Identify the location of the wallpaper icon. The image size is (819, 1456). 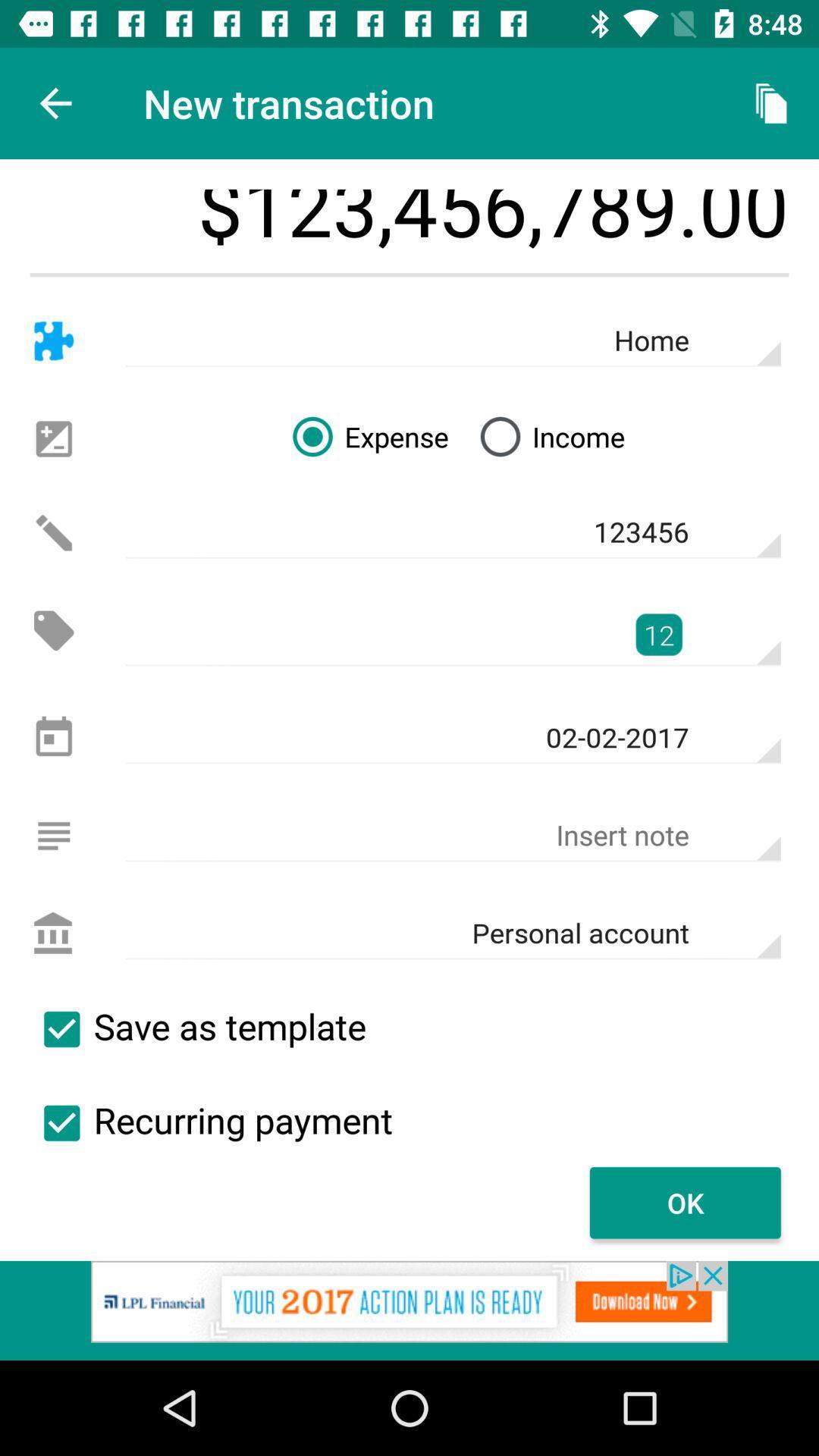
(53, 438).